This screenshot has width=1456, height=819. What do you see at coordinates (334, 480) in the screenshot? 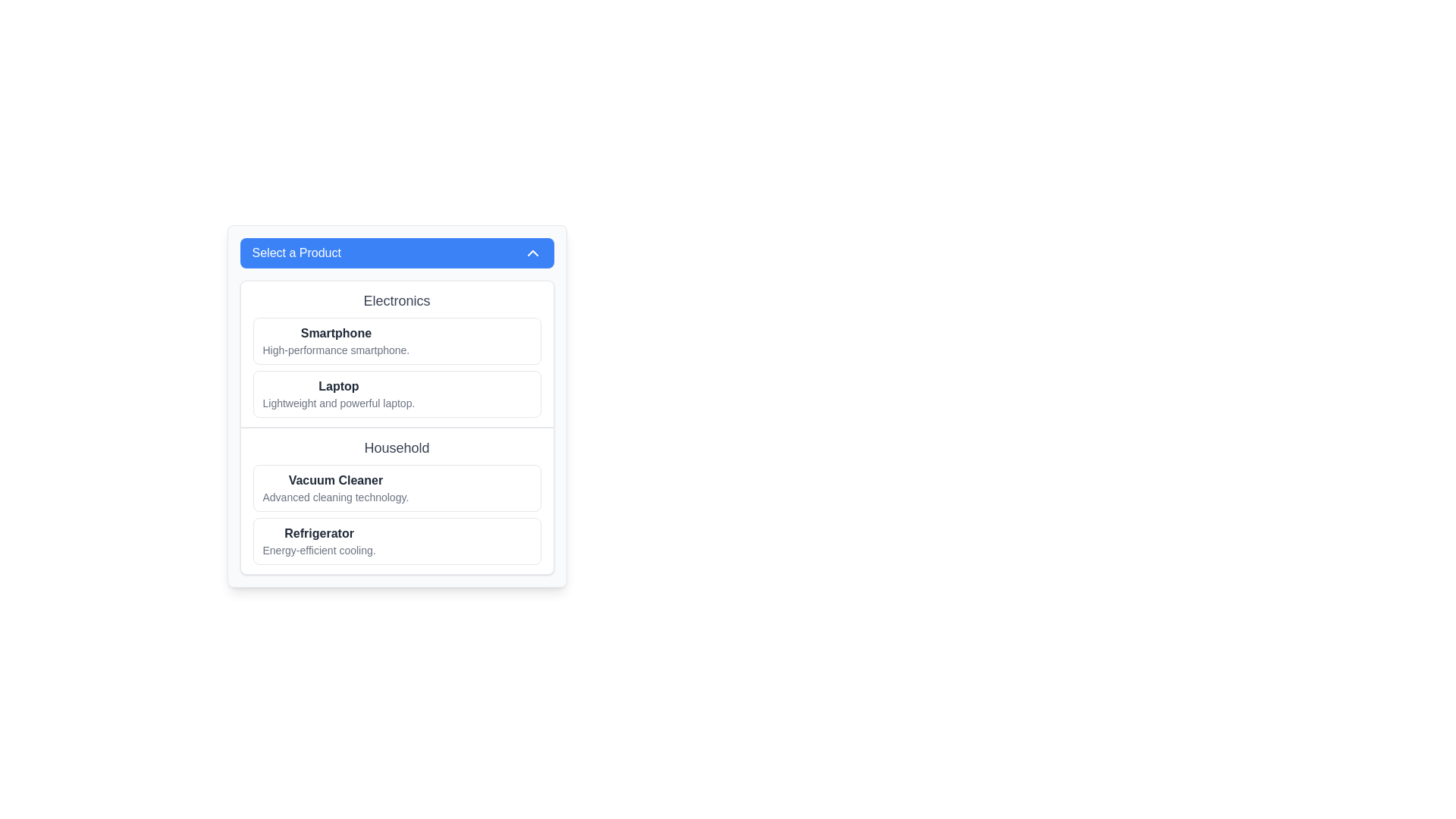
I see `the 'Vacuum Cleaner' title label located under the 'Household' category` at bounding box center [334, 480].